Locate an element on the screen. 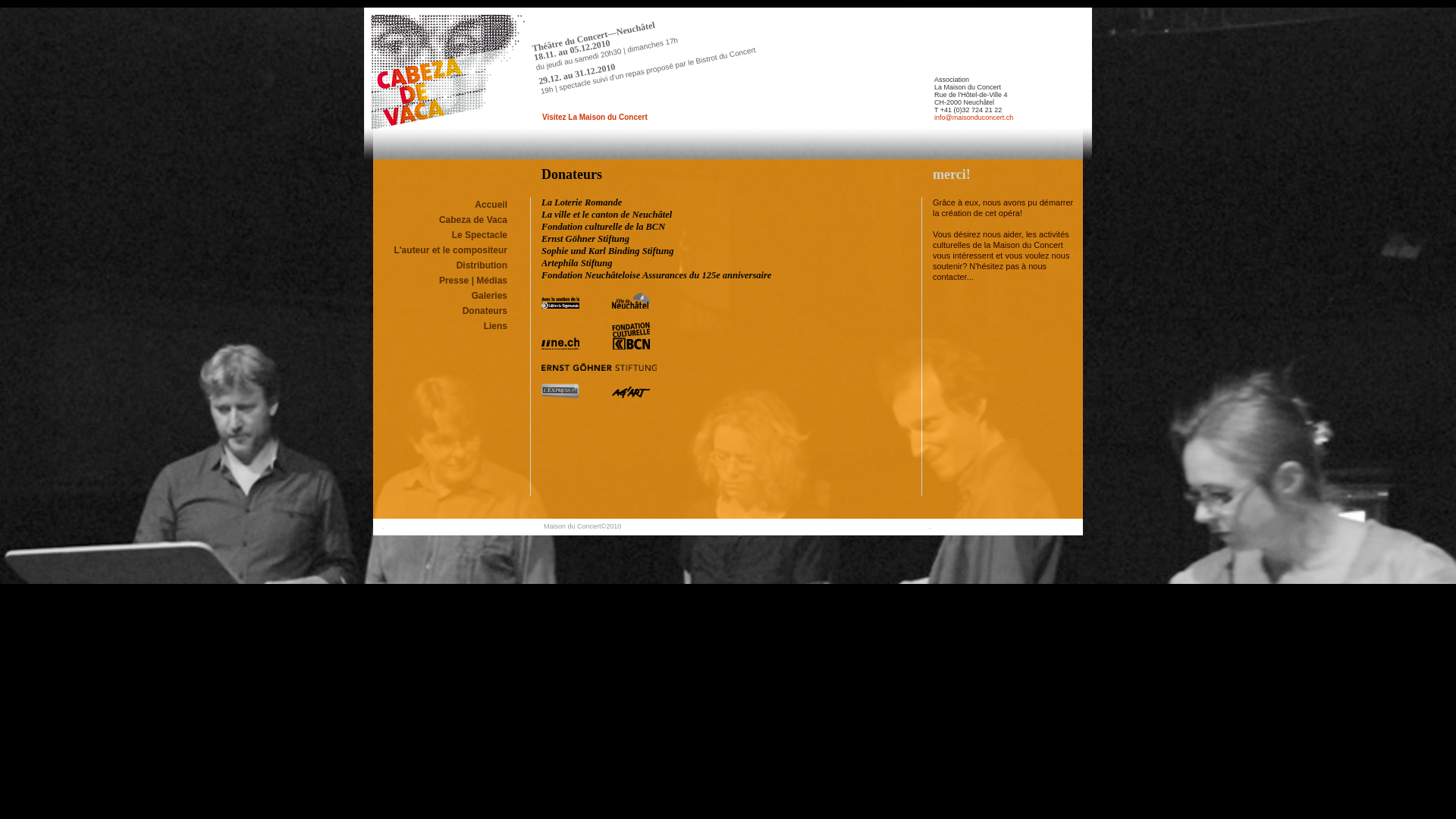  'Galeries' is located at coordinates (489, 295).